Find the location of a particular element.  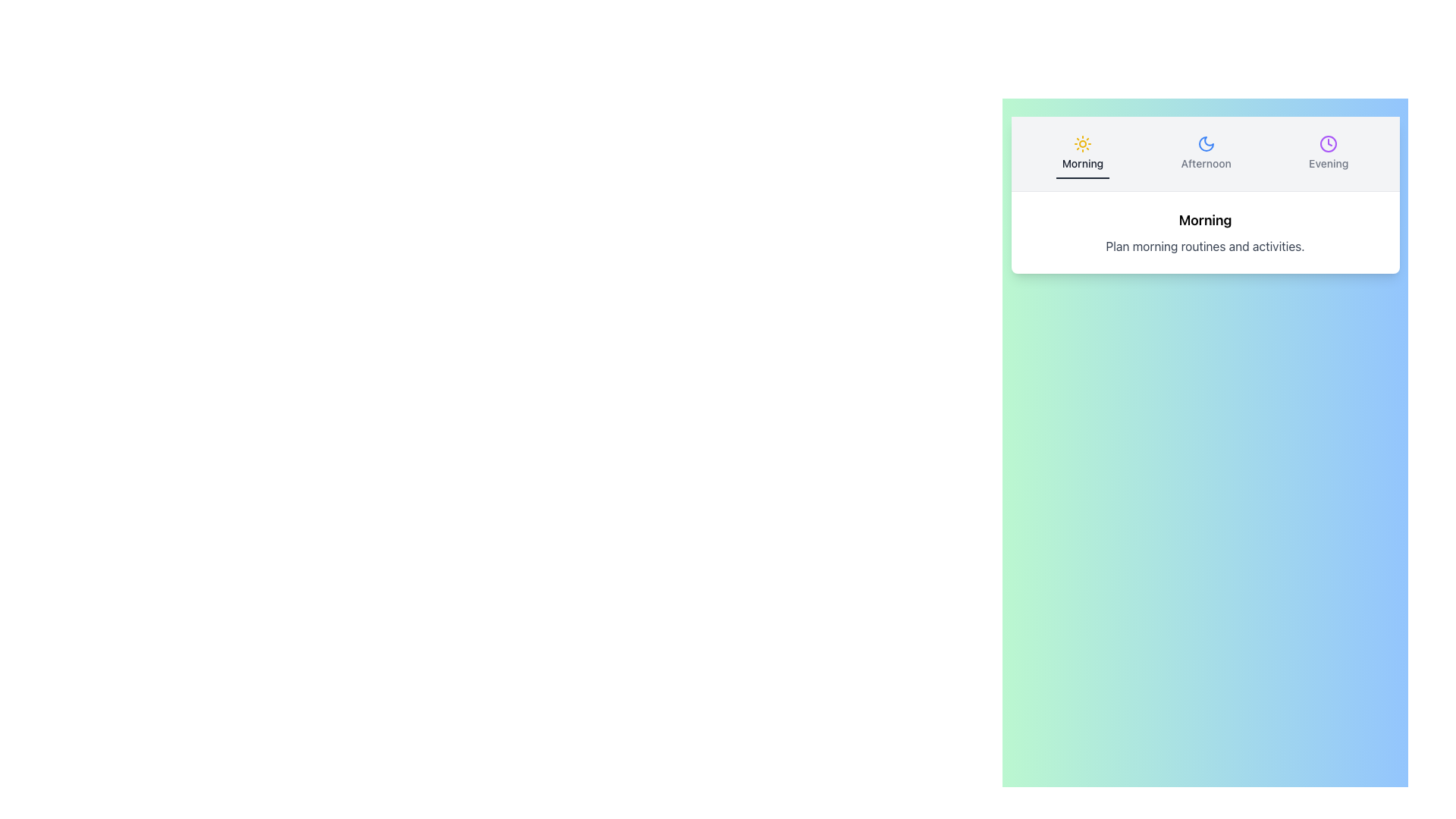

the 'Afternoon' icon, which serves as a visual representation for the corresponding section in the application is located at coordinates (1205, 143).